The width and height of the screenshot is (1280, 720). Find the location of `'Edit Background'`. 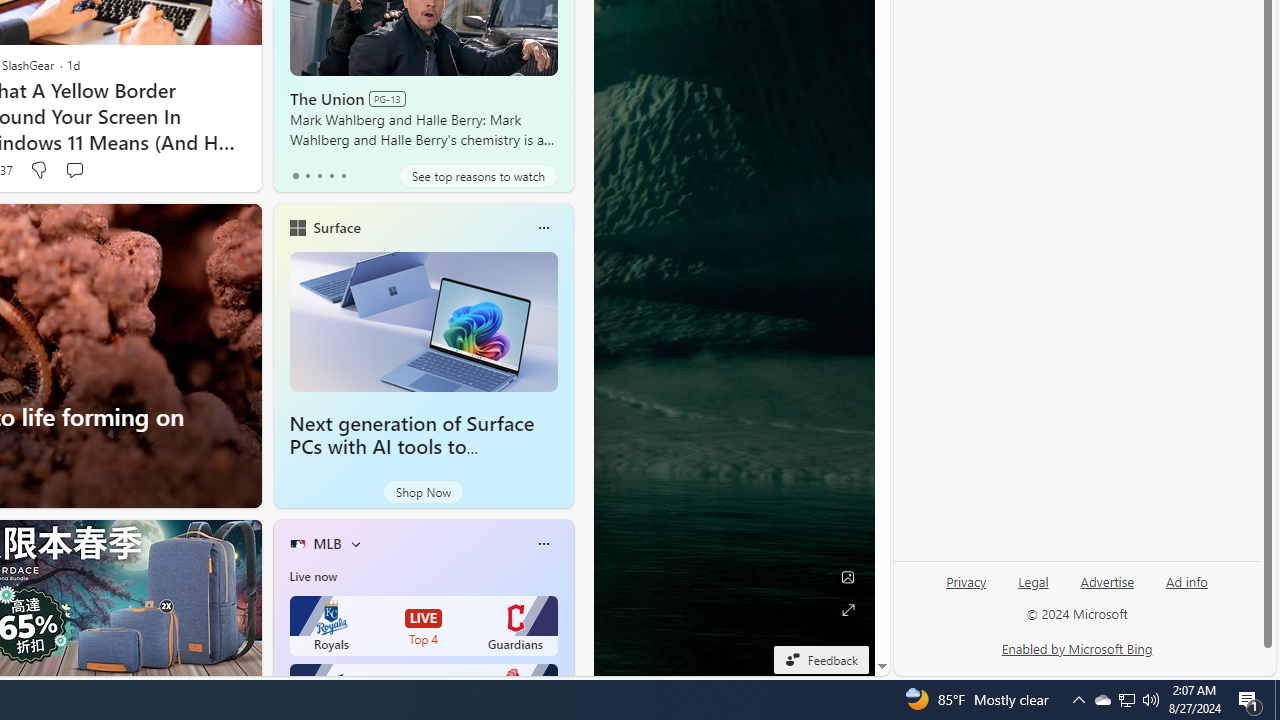

'Edit Background' is located at coordinates (848, 577).